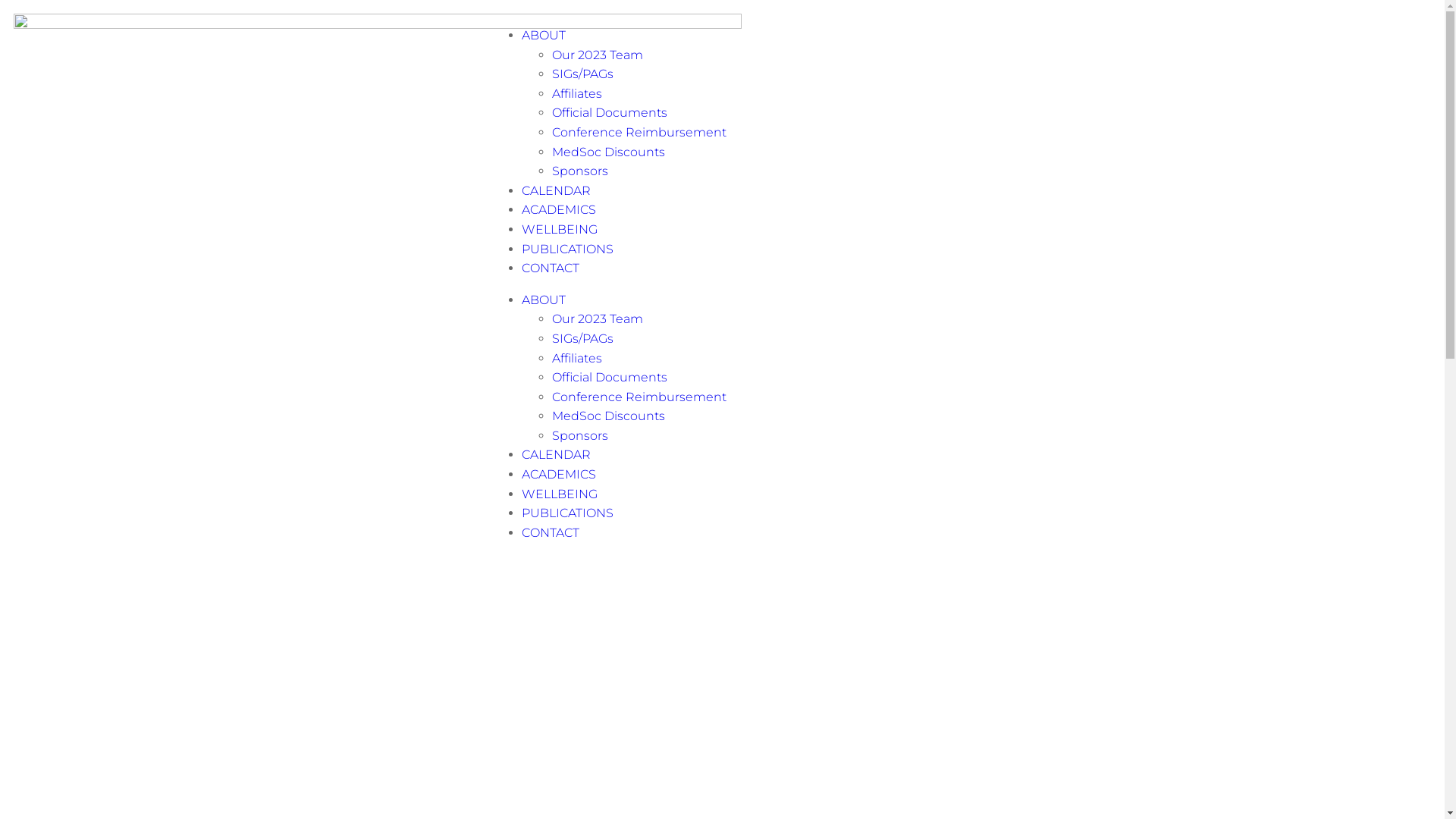 The image size is (1456, 819). I want to click on 'WELLBEING', so click(521, 494).